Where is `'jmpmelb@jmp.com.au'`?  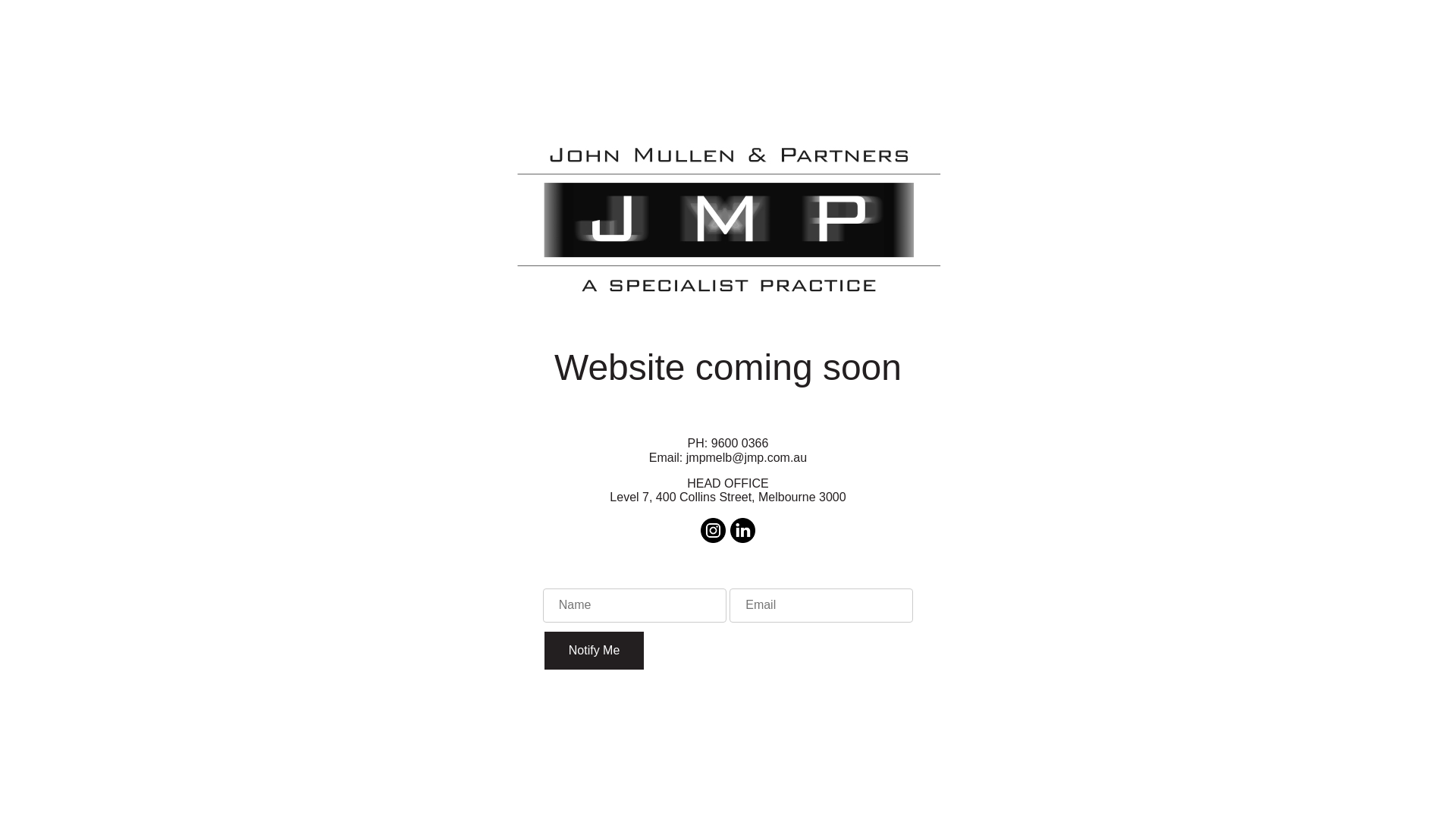
'jmpmelb@jmp.com.au' is located at coordinates (746, 457).